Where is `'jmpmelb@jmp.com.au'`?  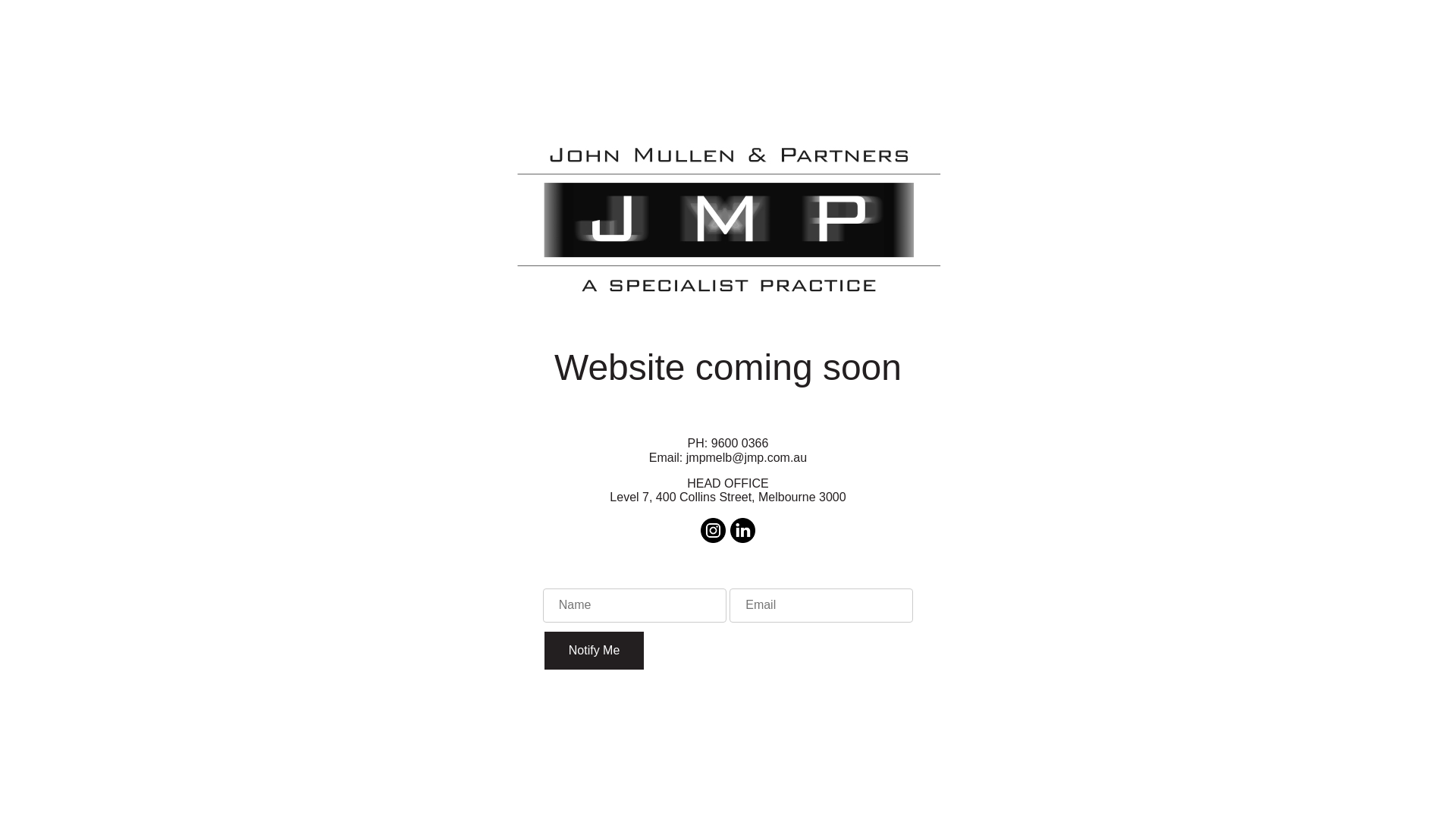
'jmpmelb@jmp.com.au' is located at coordinates (746, 457).